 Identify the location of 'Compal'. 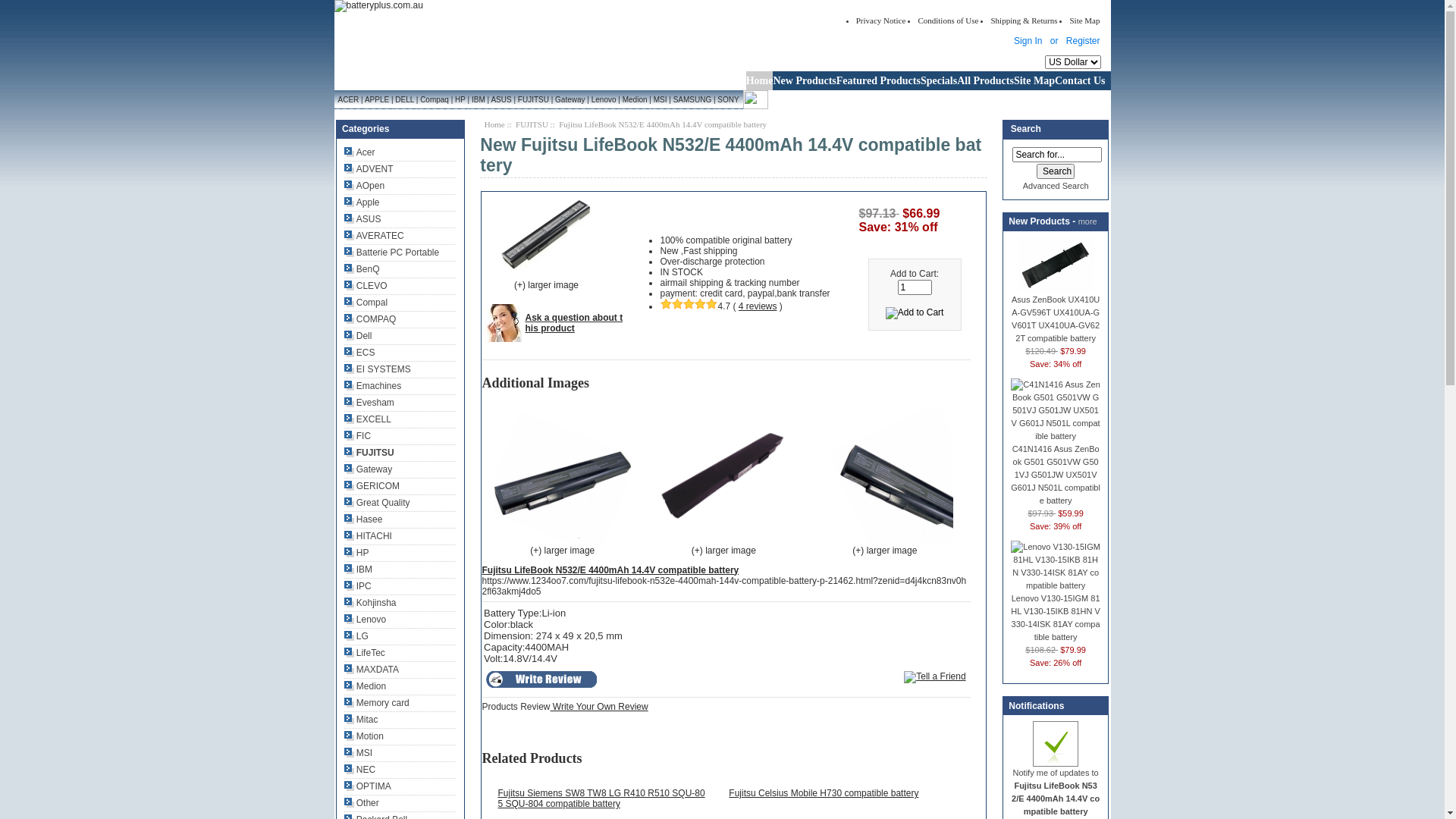
(344, 302).